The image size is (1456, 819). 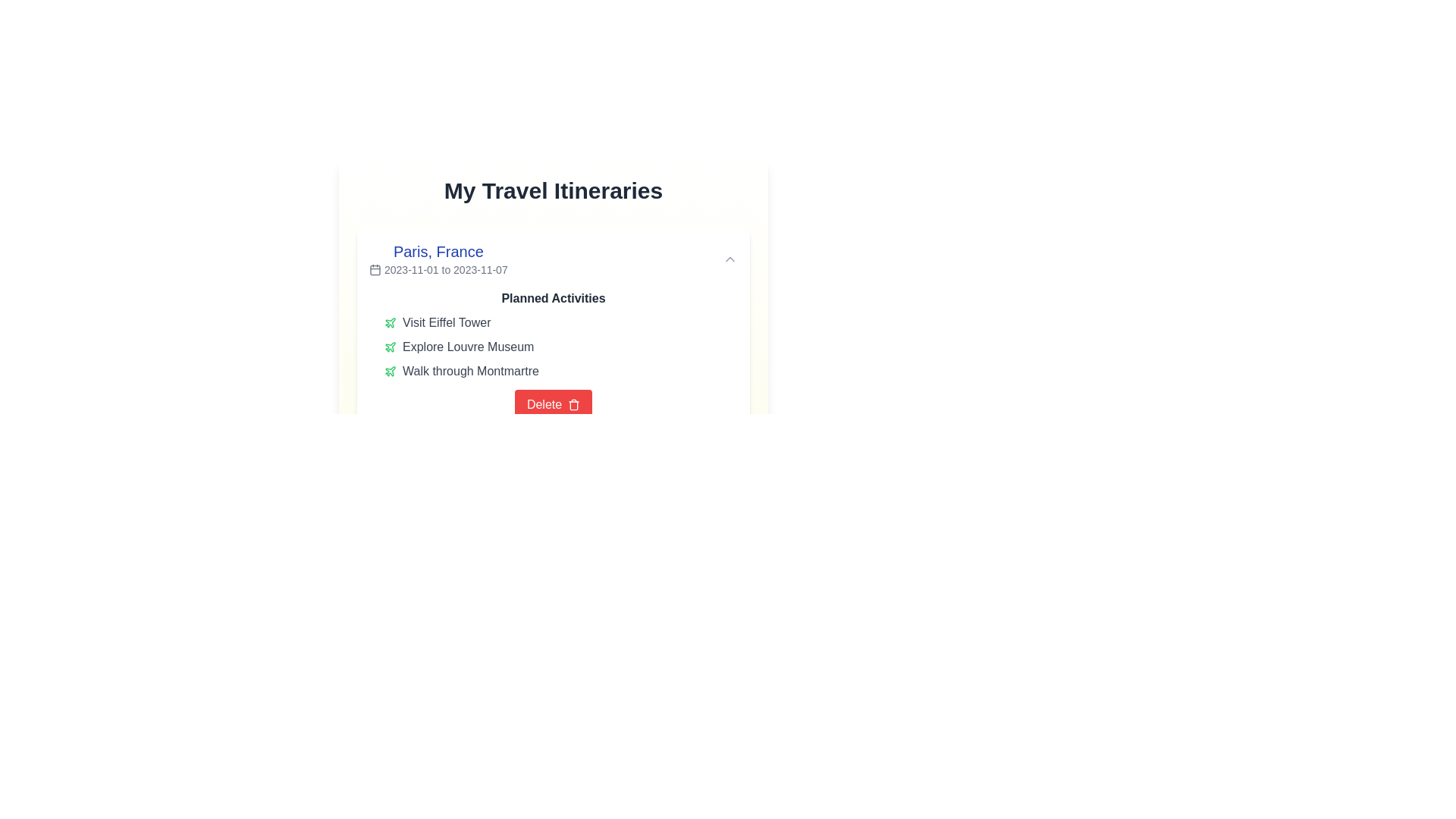 What do you see at coordinates (438, 259) in the screenshot?
I see `the Text component displaying 'Paris, France 2023-11-01 to 2023-11-07' located under 'My Travel Itineraries' by clicking on it to interact with surrounding elements` at bounding box center [438, 259].